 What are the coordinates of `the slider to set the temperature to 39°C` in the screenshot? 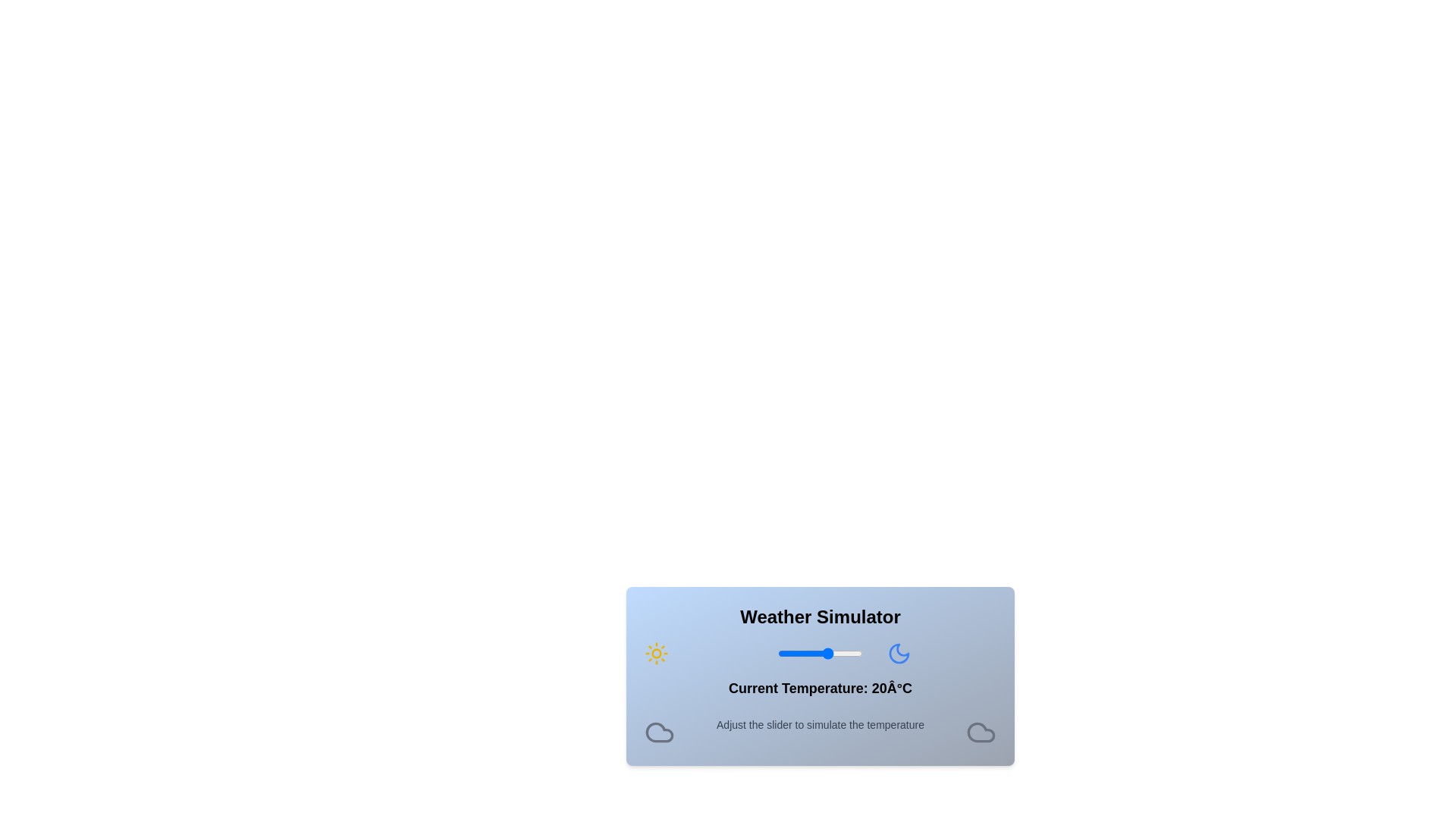 It's located at (861, 652).